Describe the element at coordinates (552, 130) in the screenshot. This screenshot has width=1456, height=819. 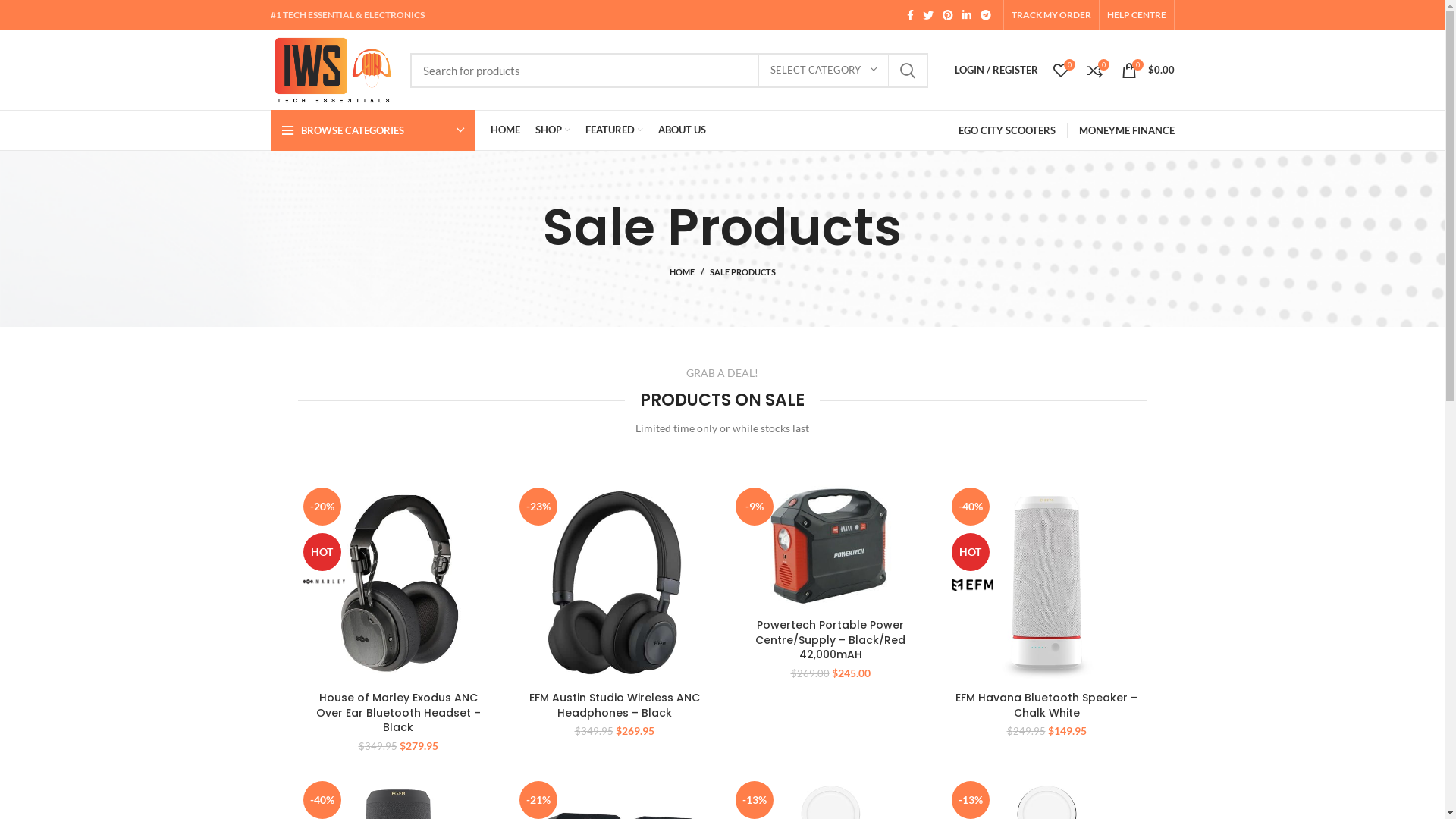
I see `'SHOP'` at that location.